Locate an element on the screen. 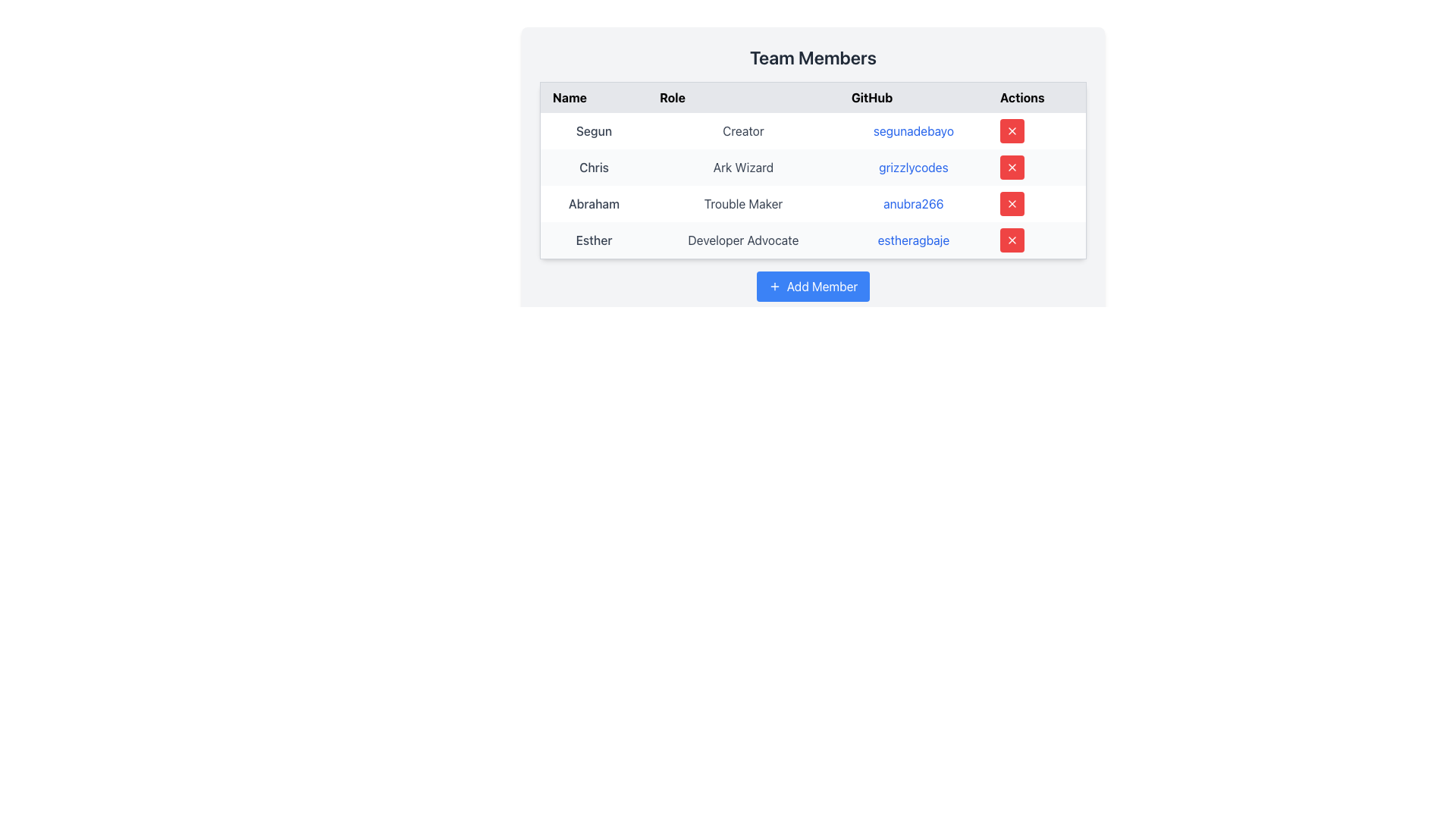 The image size is (1456, 819). the GitHub username hyperlink located in the third row of the 'Team Members' table, positioned between the 'Role' and 'Actions' columns is located at coordinates (912, 203).